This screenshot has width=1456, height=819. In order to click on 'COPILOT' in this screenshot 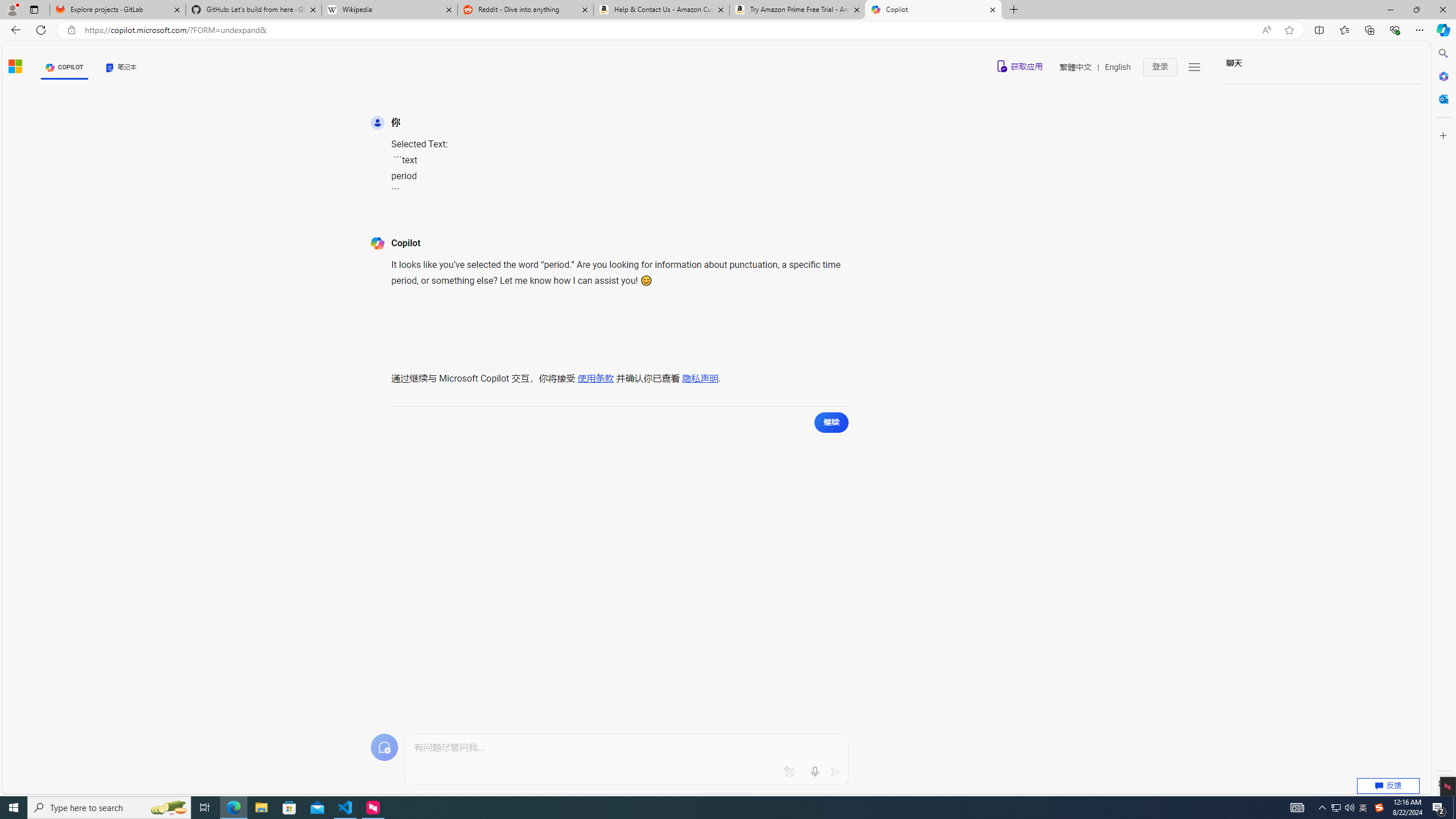, I will do `click(64, 67)`.